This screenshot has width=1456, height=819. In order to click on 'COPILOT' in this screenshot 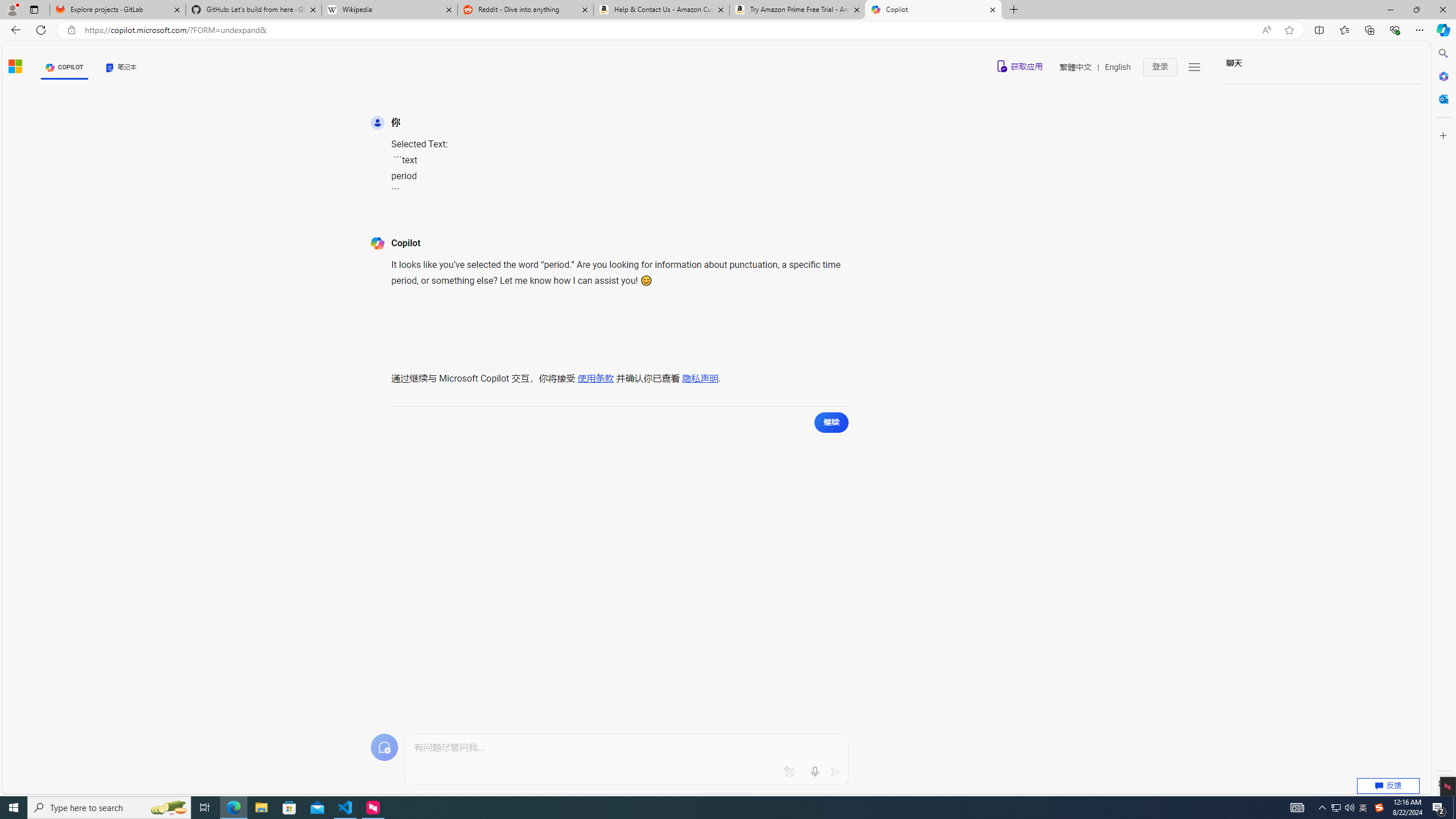, I will do `click(64, 67)`.